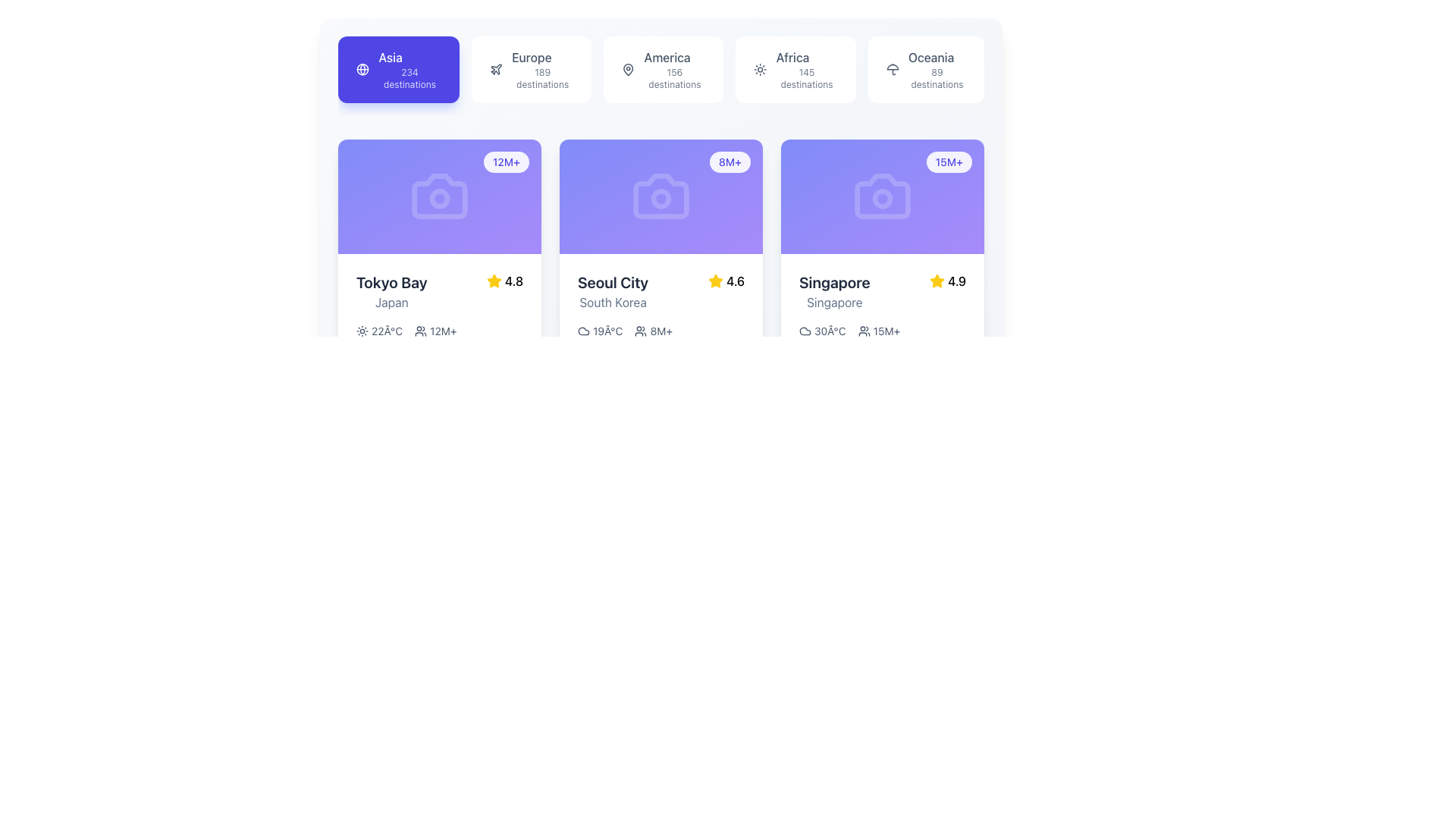 This screenshot has width=1456, height=819. I want to click on the Text Label indicating the number of destinations associated with 'America', situated within the card dedicated to 'America', which is the third card from the left in the top row of cards, so click(673, 79).